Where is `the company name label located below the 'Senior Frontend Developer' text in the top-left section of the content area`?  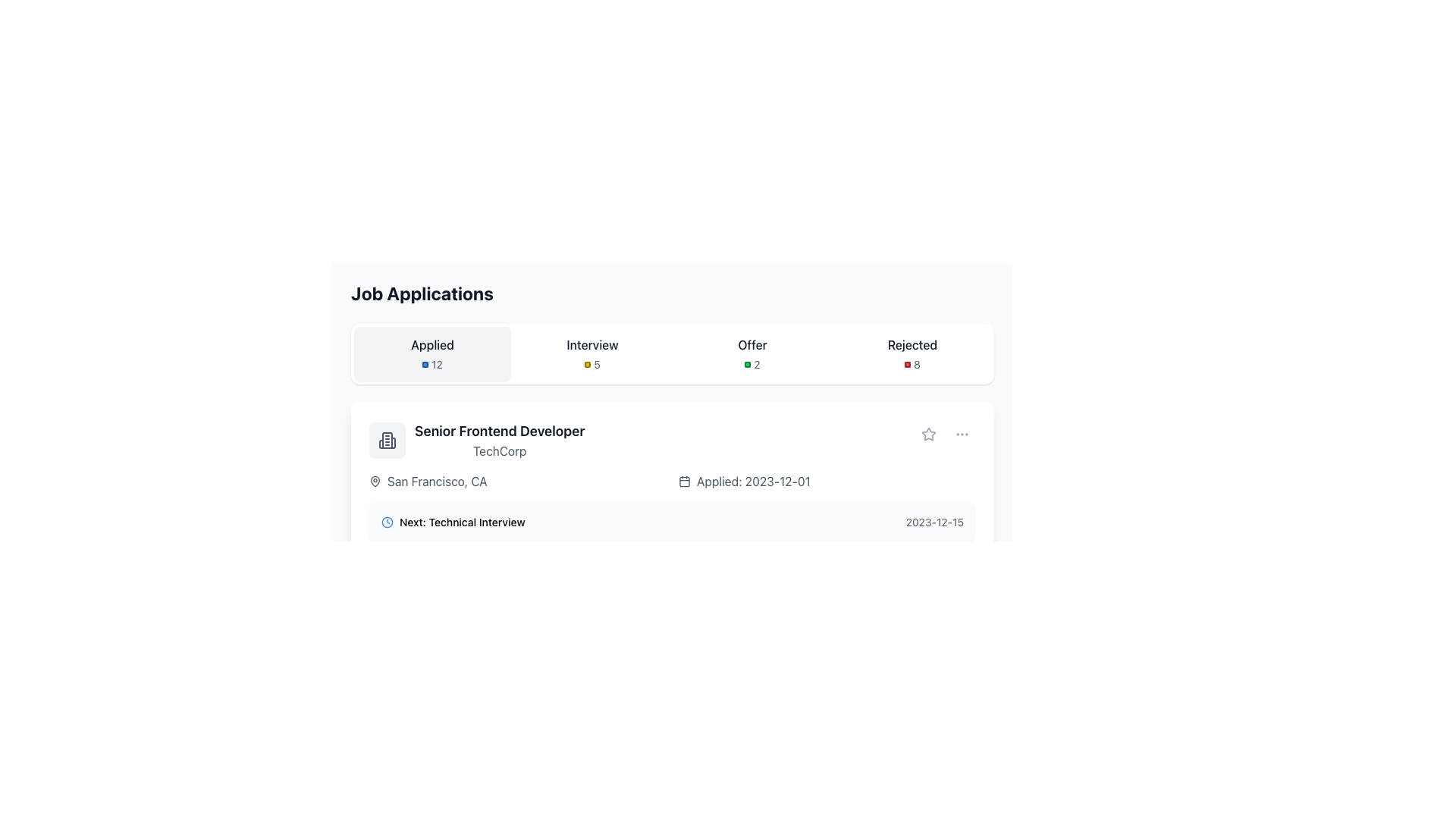 the company name label located below the 'Senior Frontend Developer' text in the top-left section of the content area is located at coordinates (500, 450).